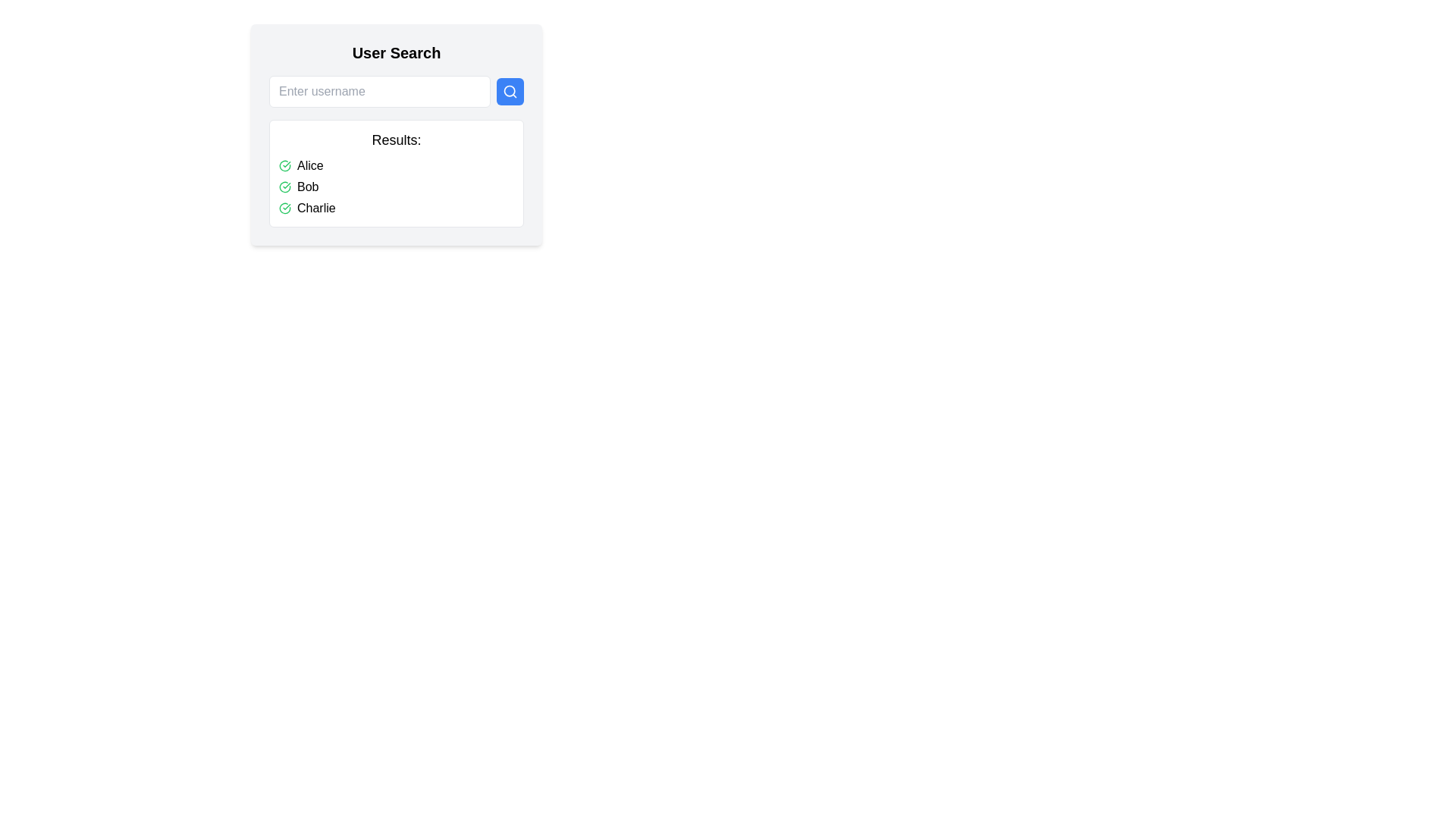 This screenshot has height=819, width=1456. What do you see at coordinates (315, 208) in the screenshot?
I see `the text label displaying the name 'Charlie' in the 'Results:' section` at bounding box center [315, 208].